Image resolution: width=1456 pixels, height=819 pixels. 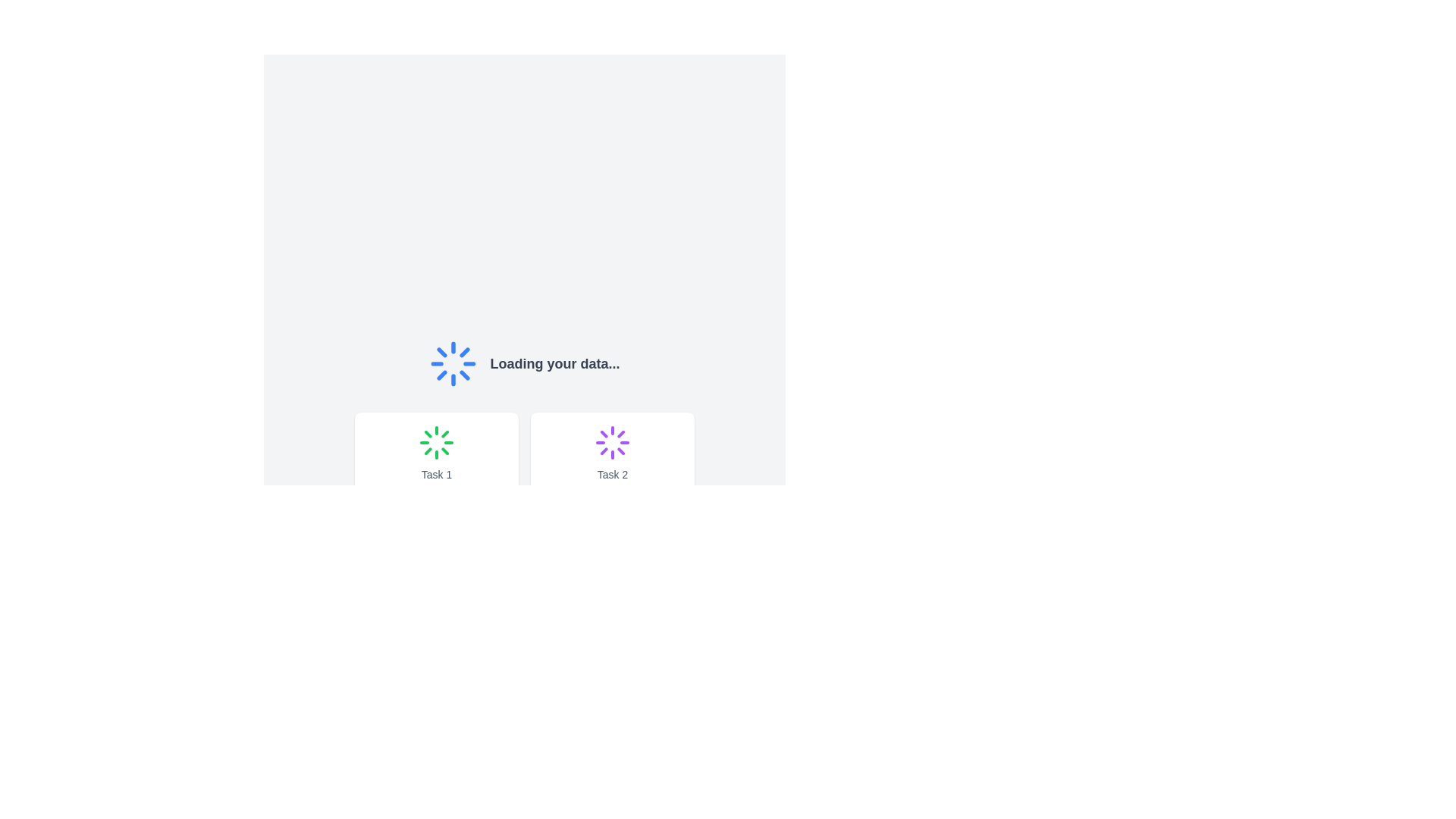 I want to click on text label that displays the task identifier, positioned in the lower section of the first card on the left side of the interface, so click(x=436, y=473).